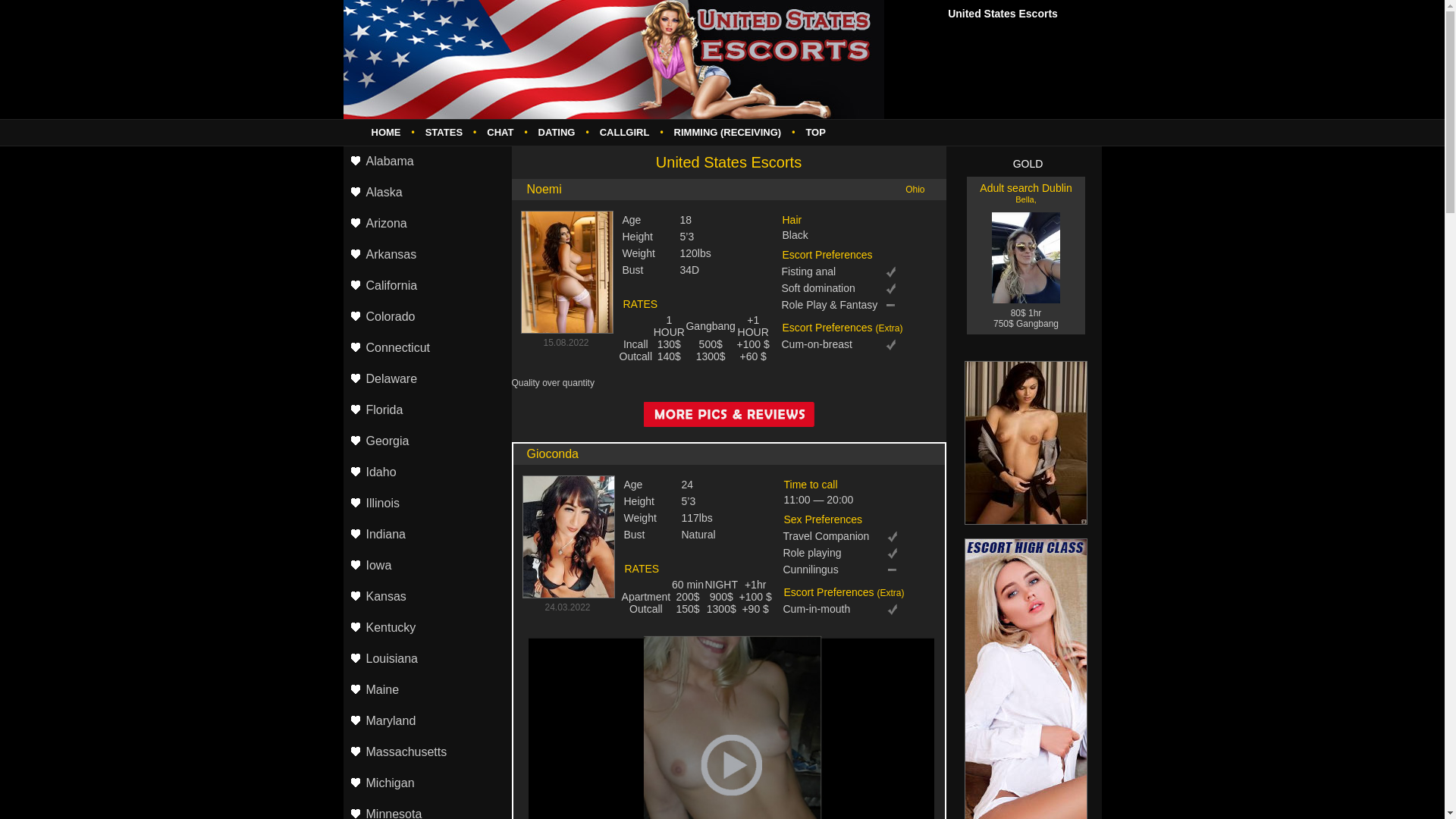 This screenshot has height=819, width=1456. I want to click on 'CALLGIRL', so click(591, 131).